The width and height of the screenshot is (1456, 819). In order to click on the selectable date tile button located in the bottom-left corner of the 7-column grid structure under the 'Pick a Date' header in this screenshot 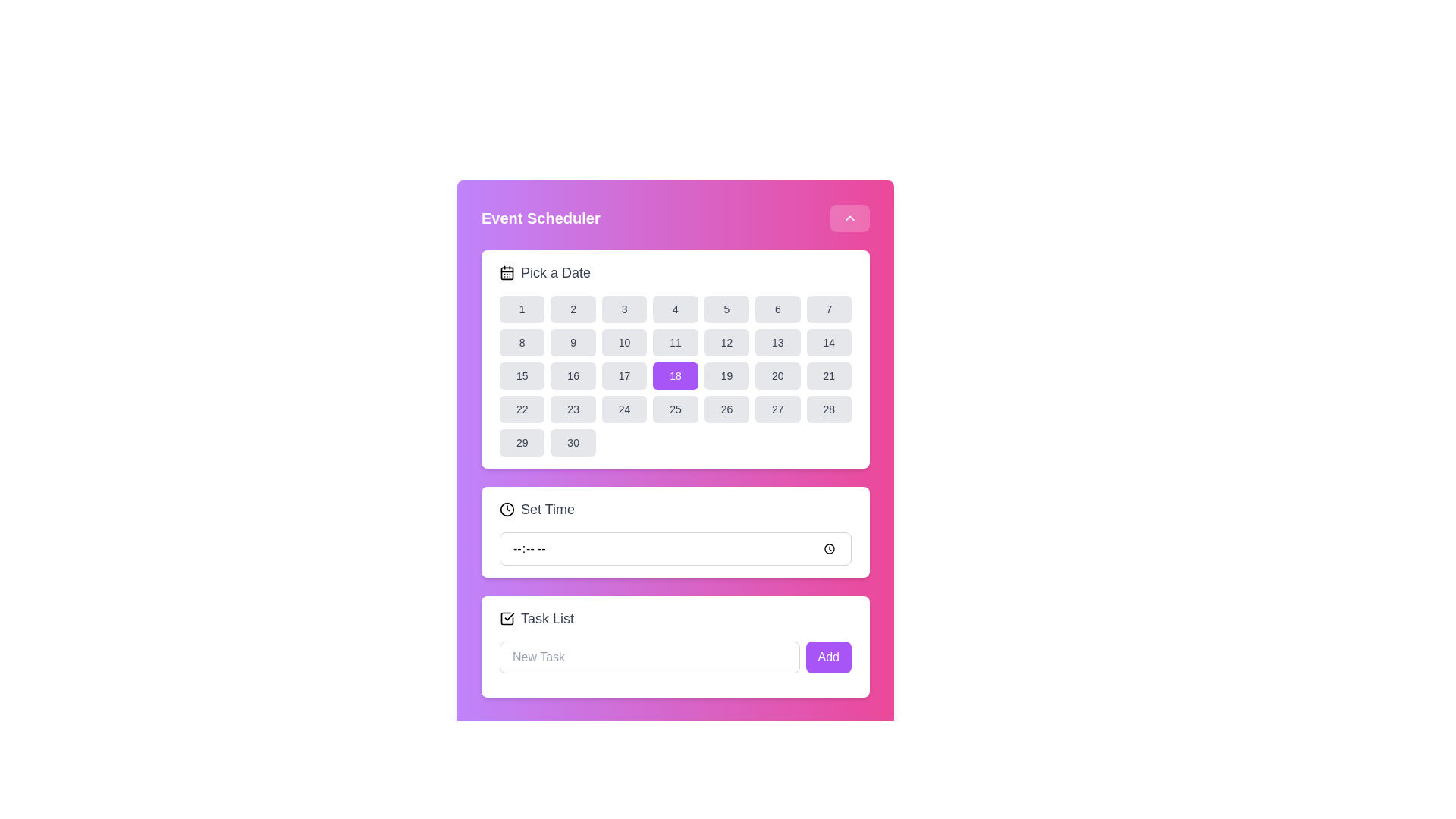, I will do `click(522, 442)`.